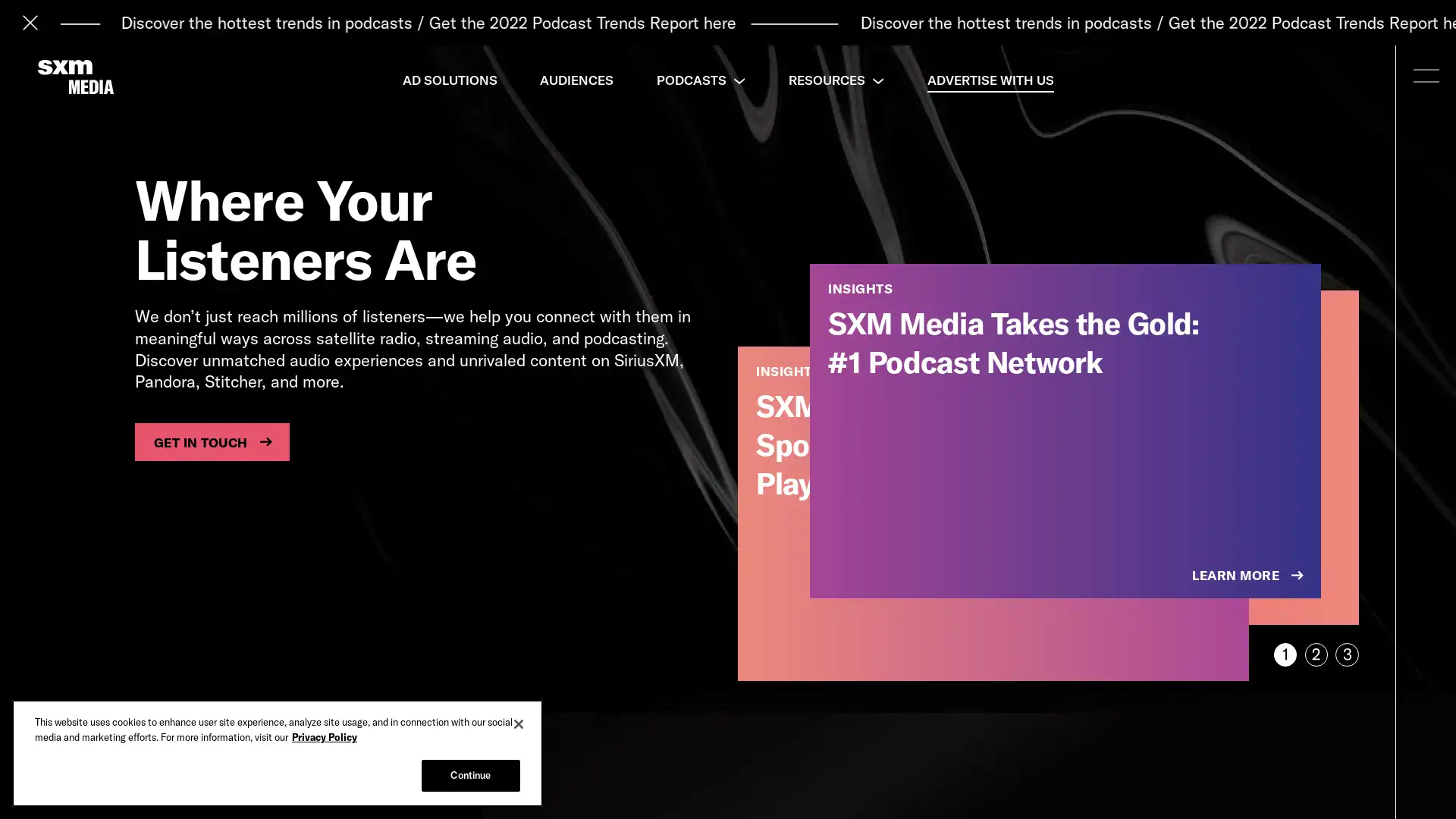 The width and height of the screenshot is (1456, 819). Describe the element at coordinates (1315, 654) in the screenshot. I see `2` at that location.